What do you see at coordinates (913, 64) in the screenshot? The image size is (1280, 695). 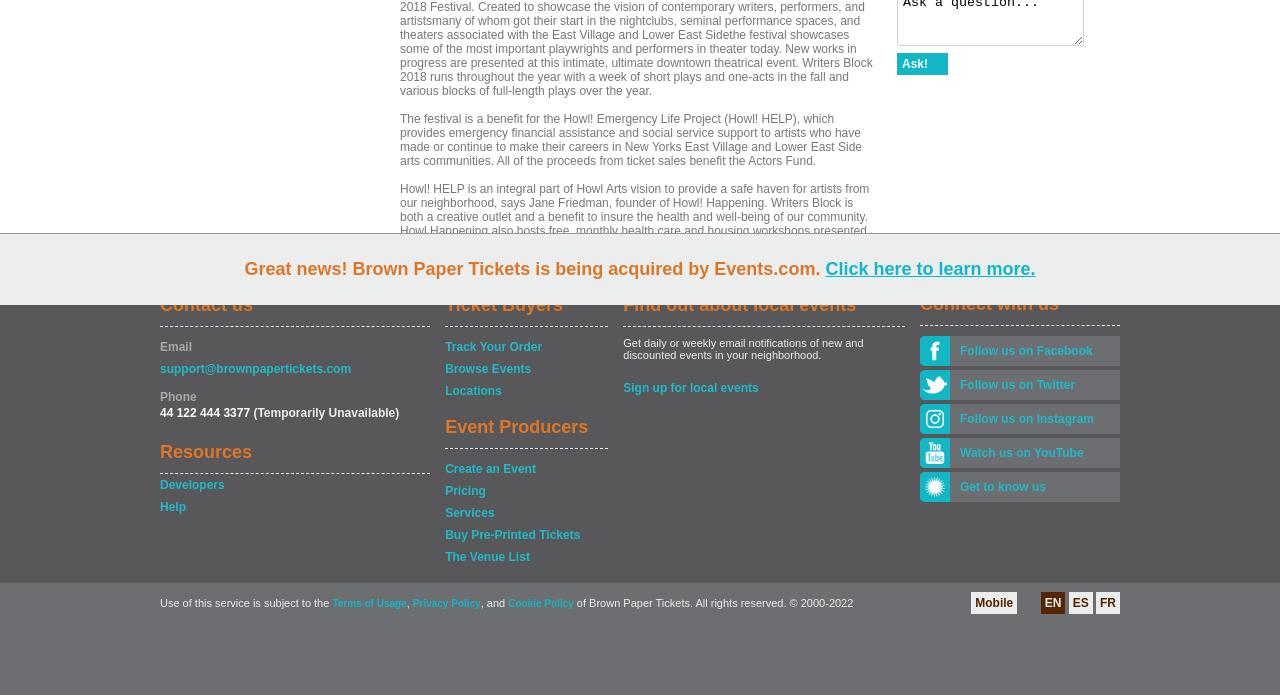 I see `'Ask!'` at bounding box center [913, 64].